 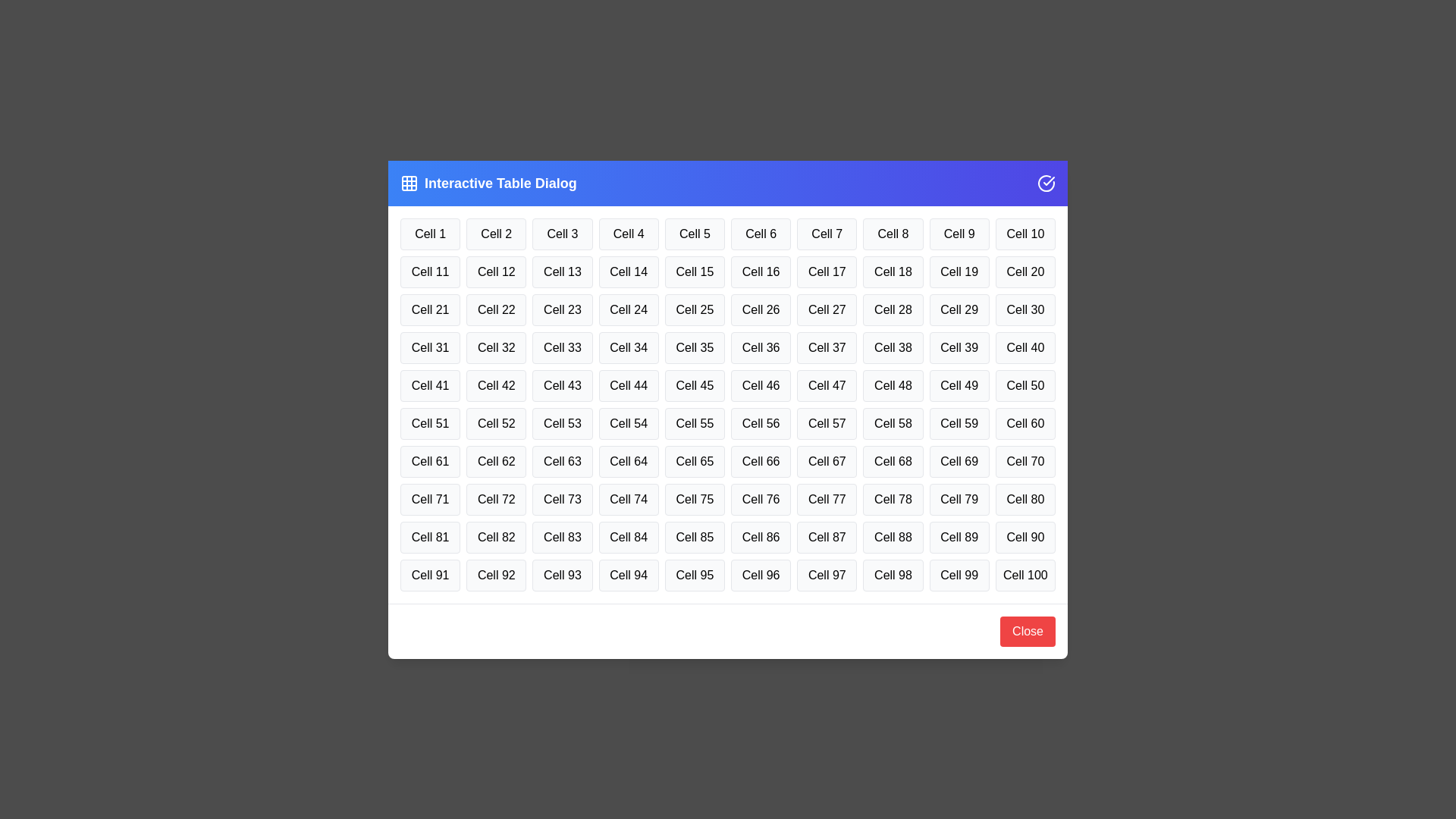 What do you see at coordinates (75, 76) in the screenshot?
I see `the background overlay outside the dialog to close it` at bounding box center [75, 76].